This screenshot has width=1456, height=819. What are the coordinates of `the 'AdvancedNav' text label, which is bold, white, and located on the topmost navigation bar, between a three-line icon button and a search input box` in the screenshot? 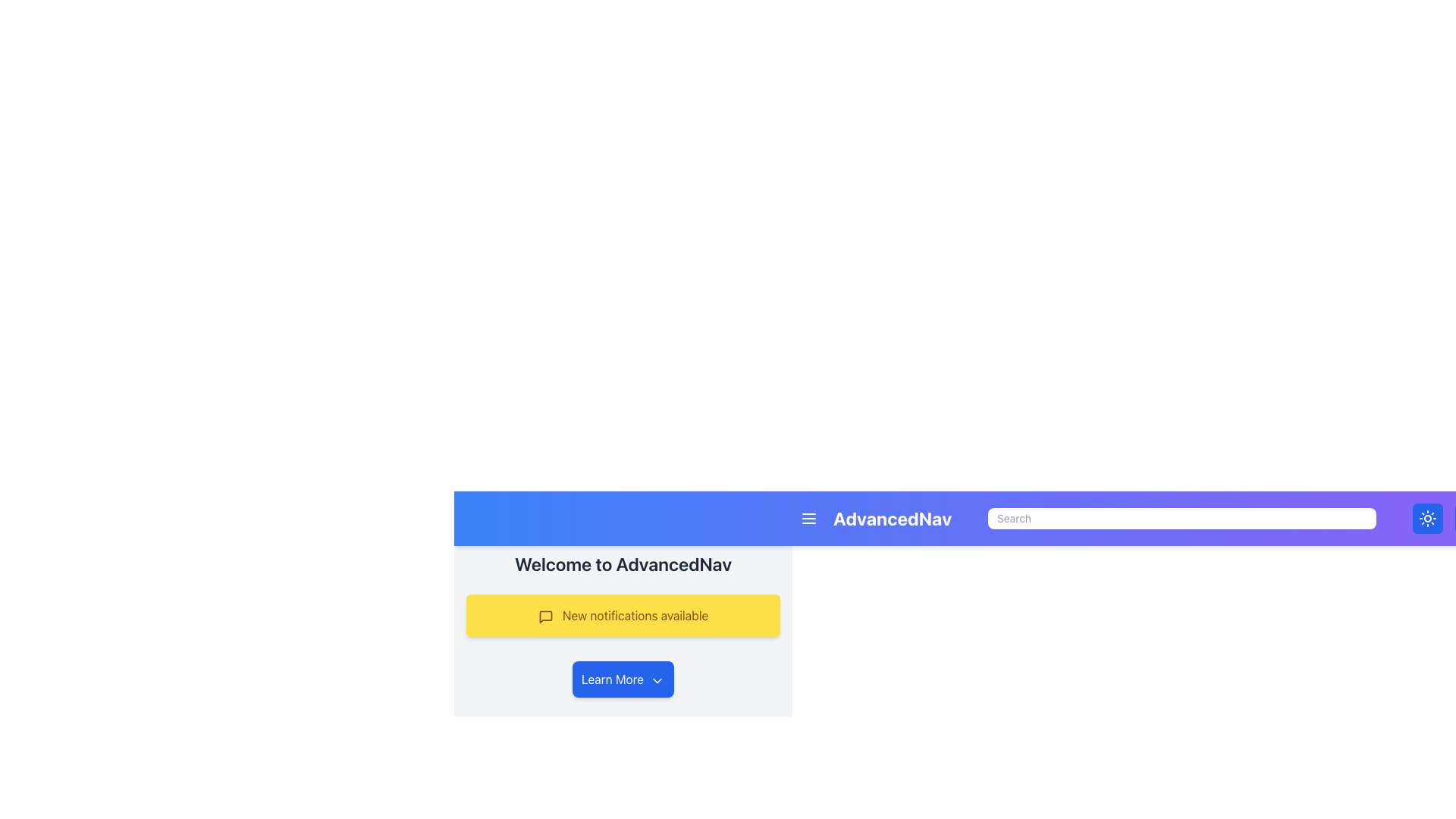 It's located at (873, 517).